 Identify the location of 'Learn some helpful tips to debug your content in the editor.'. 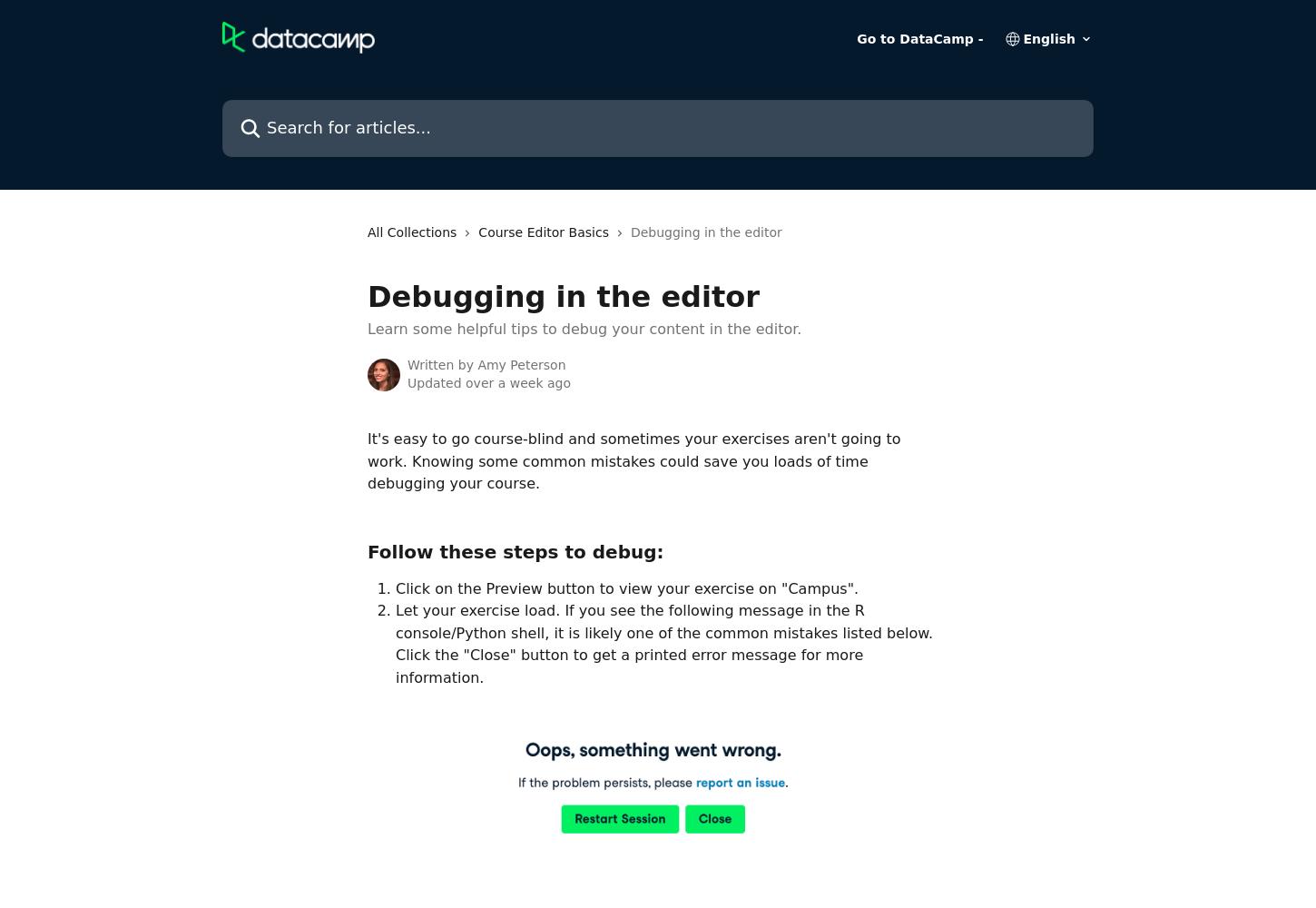
(583, 328).